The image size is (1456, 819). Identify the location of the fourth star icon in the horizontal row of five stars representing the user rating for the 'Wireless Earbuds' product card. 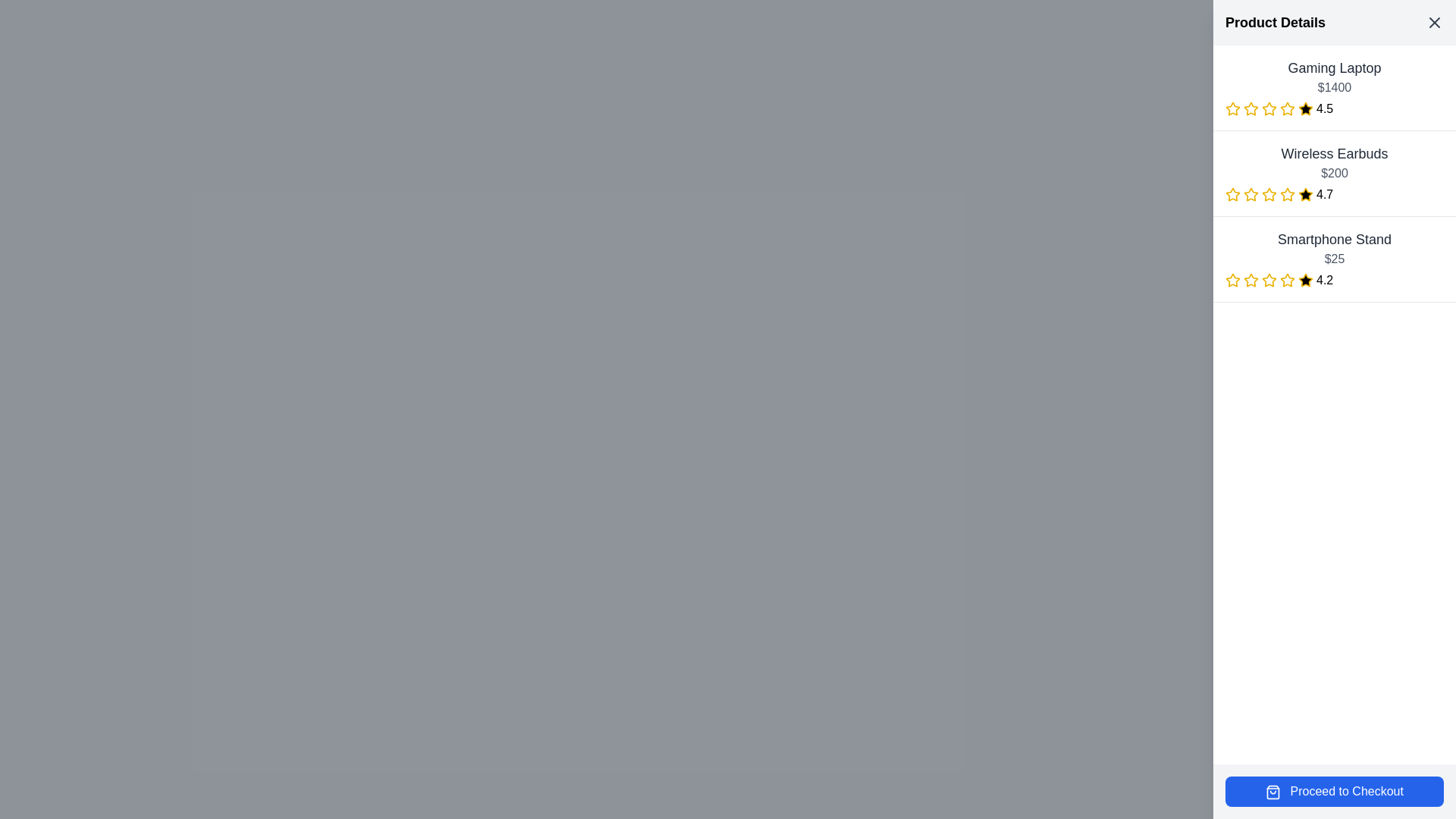
(1287, 193).